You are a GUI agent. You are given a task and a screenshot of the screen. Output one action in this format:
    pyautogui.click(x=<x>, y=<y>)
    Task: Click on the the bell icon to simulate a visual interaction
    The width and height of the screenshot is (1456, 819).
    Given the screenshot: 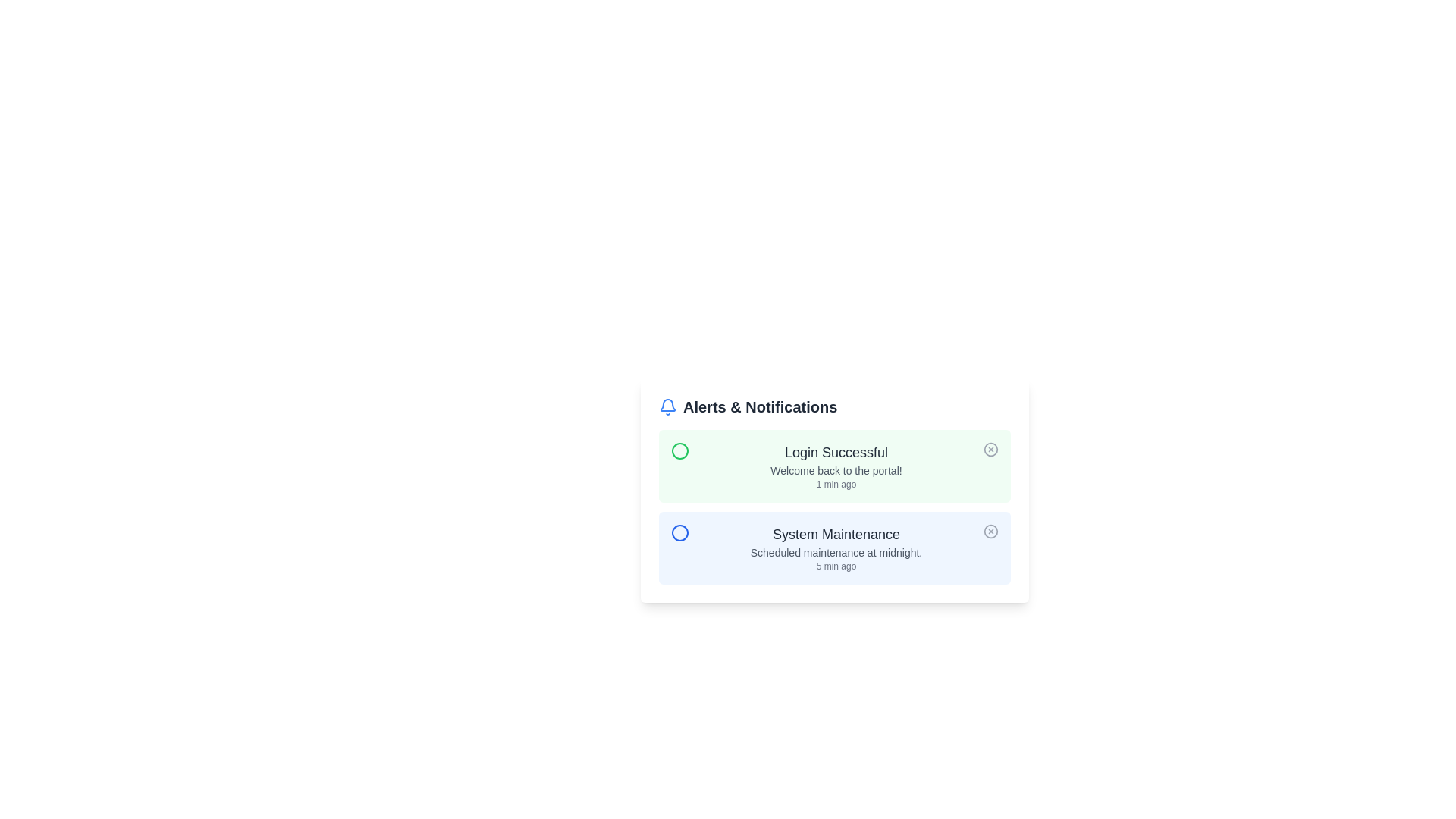 What is the action you would take?
    pyautogui.click(x=667, y=406)
    